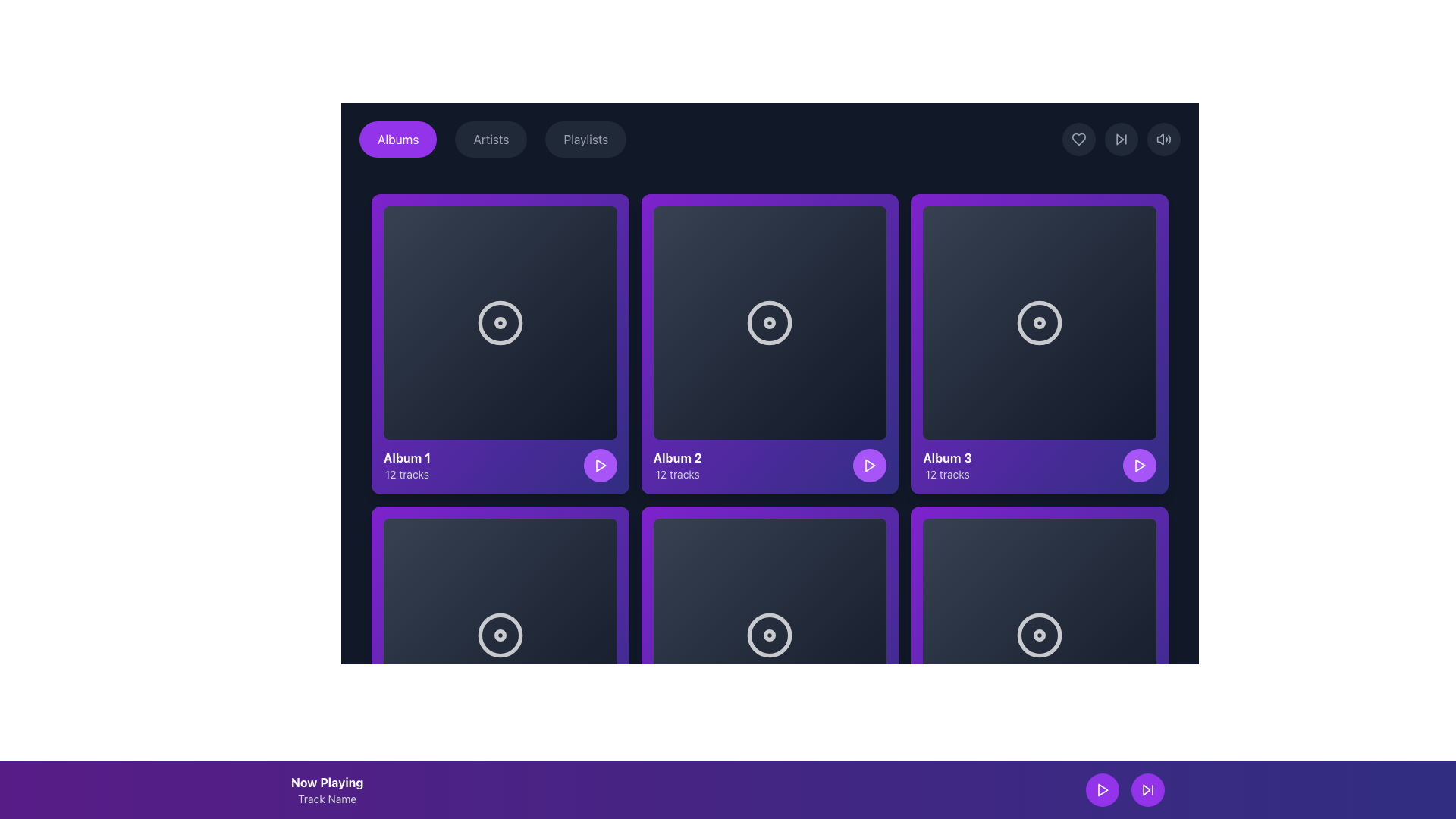 Image resolution: width=1456 pixels, height=819 pixels. What do you see at coordinates (1039, 635) in the screenshot?
I see `the outer circular ring with a radius of 10 units in the bottom-right card of the grid layout, which serves as a decorative component` at bounding box center [1039, 635].